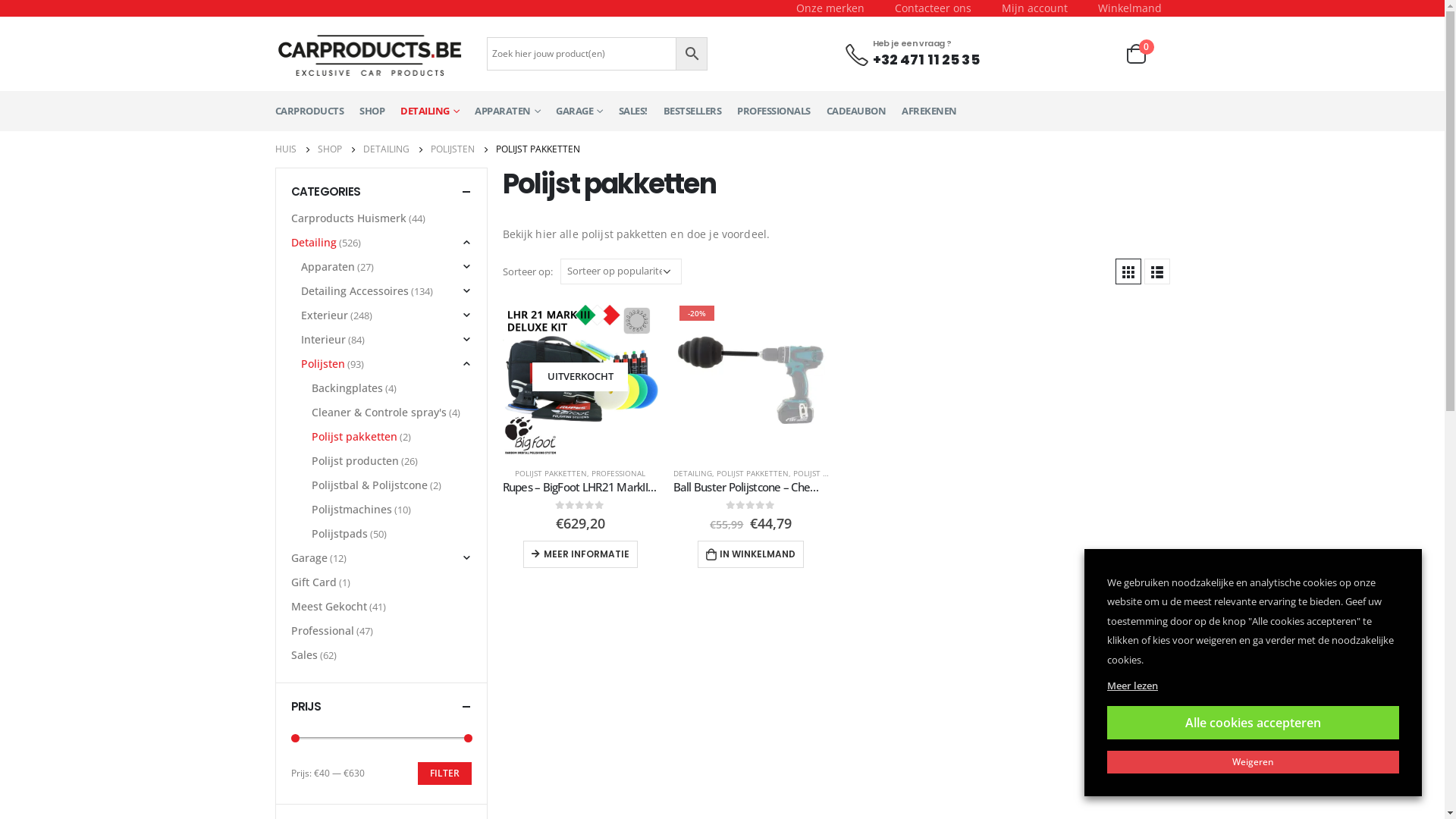  Describe the element at coordinates (1106, 685) in the screenshot. I see `'Meer lezen'` at that location.